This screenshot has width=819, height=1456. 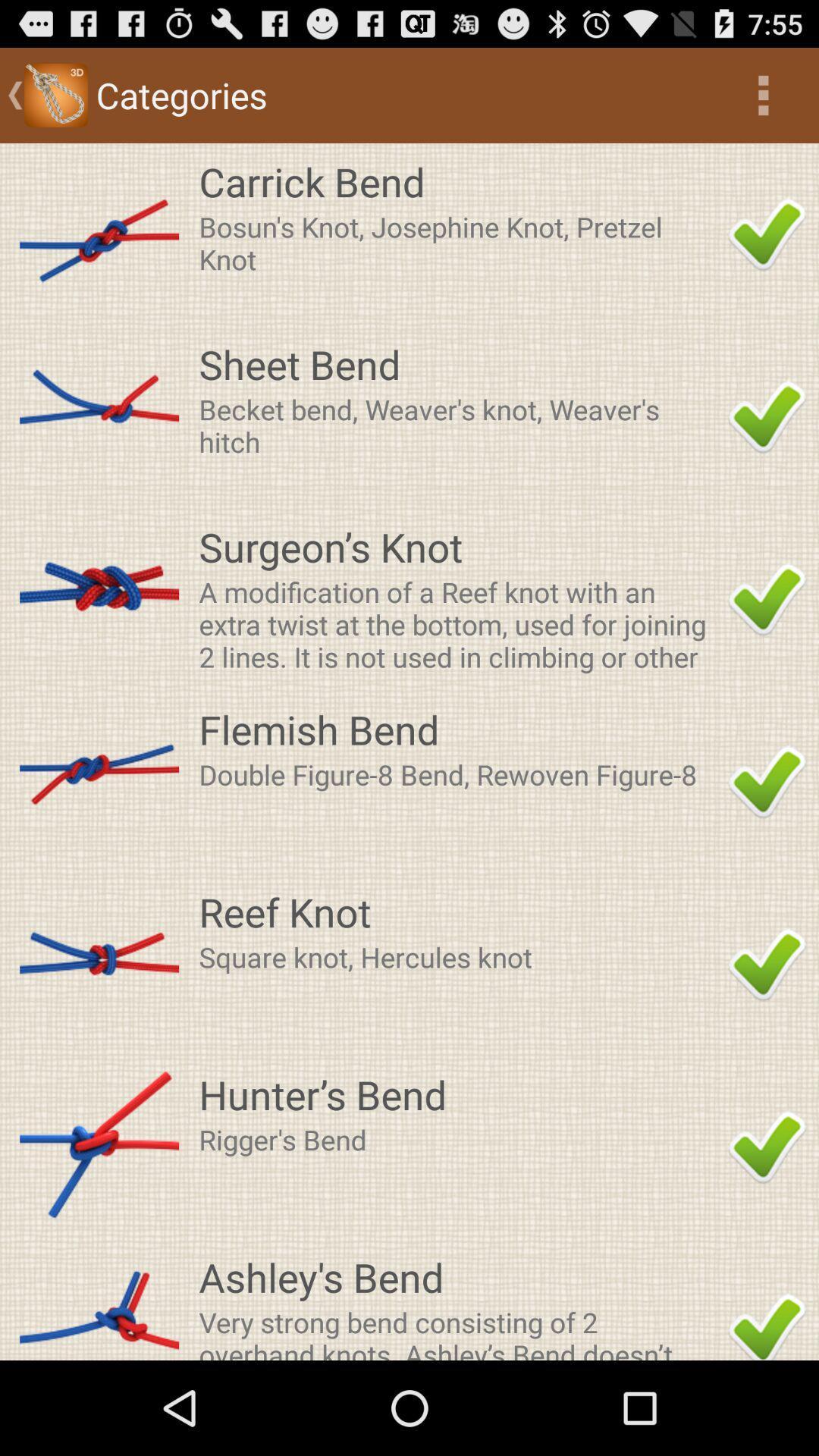 I want to click on the sheet bend item, so click(x=458, y=364).